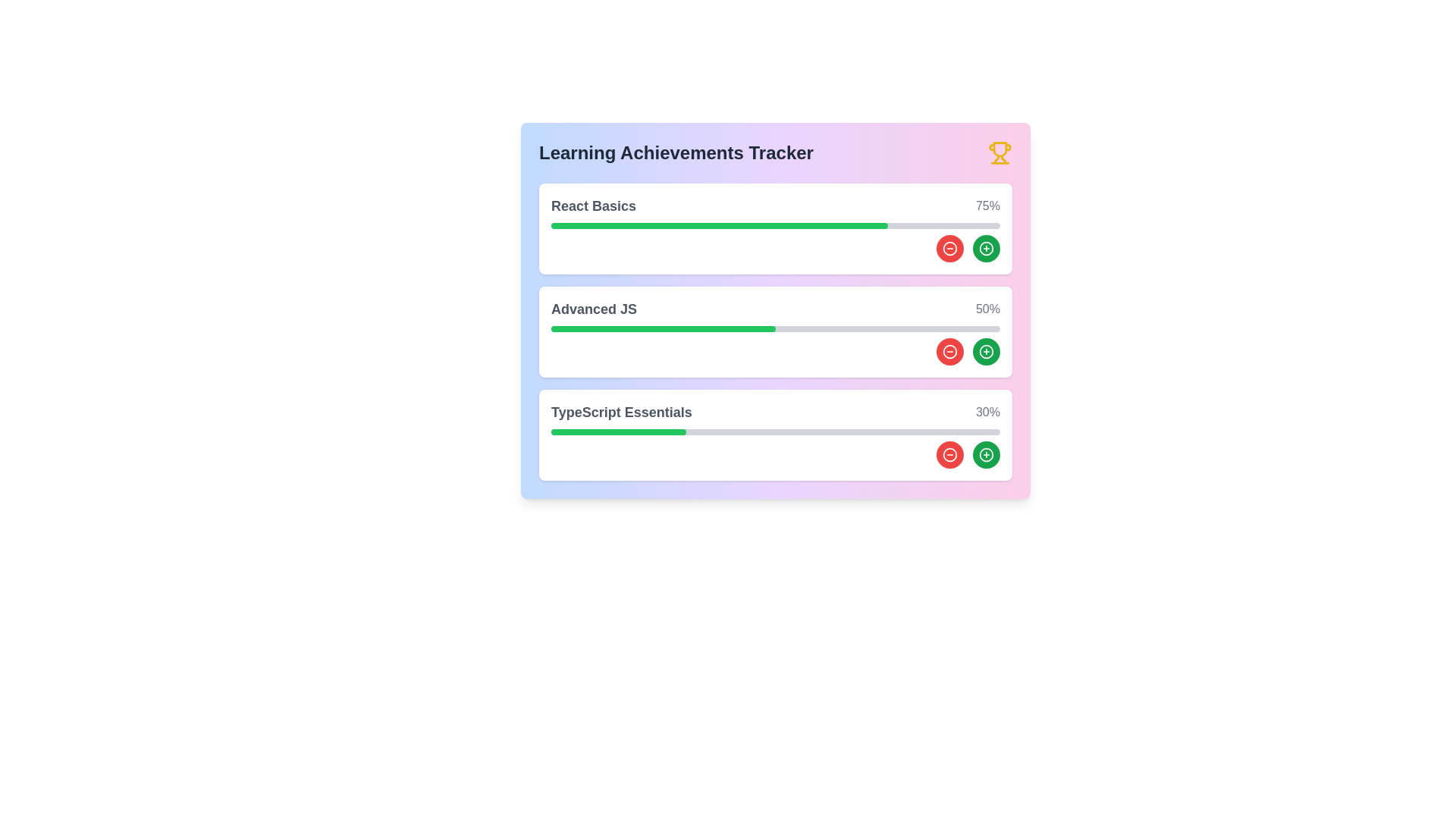 This screenshot has height=819, width=1456. Describe the element at coordinates (949, 454) in the screenshot. I see `the leftmost red circular button with a horizontal line, located in the bottom row of a cluster of icons` at that location.